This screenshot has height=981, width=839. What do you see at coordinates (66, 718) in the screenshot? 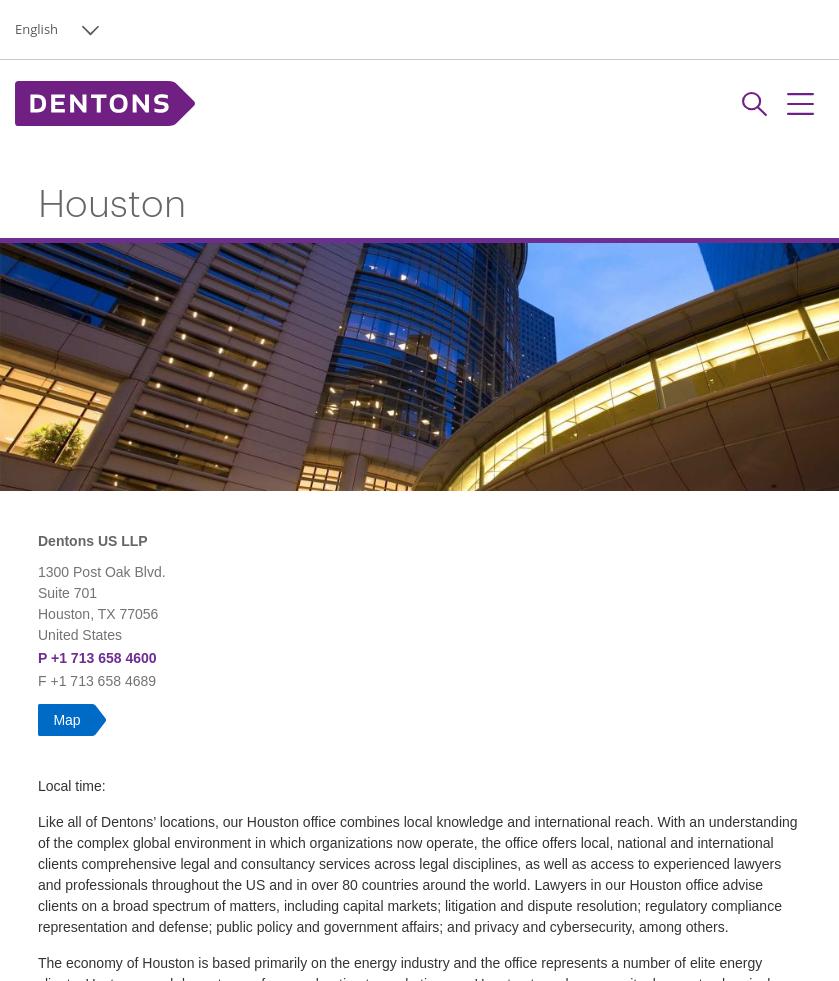
I see `'Map'` at bounding box center [66, 718].